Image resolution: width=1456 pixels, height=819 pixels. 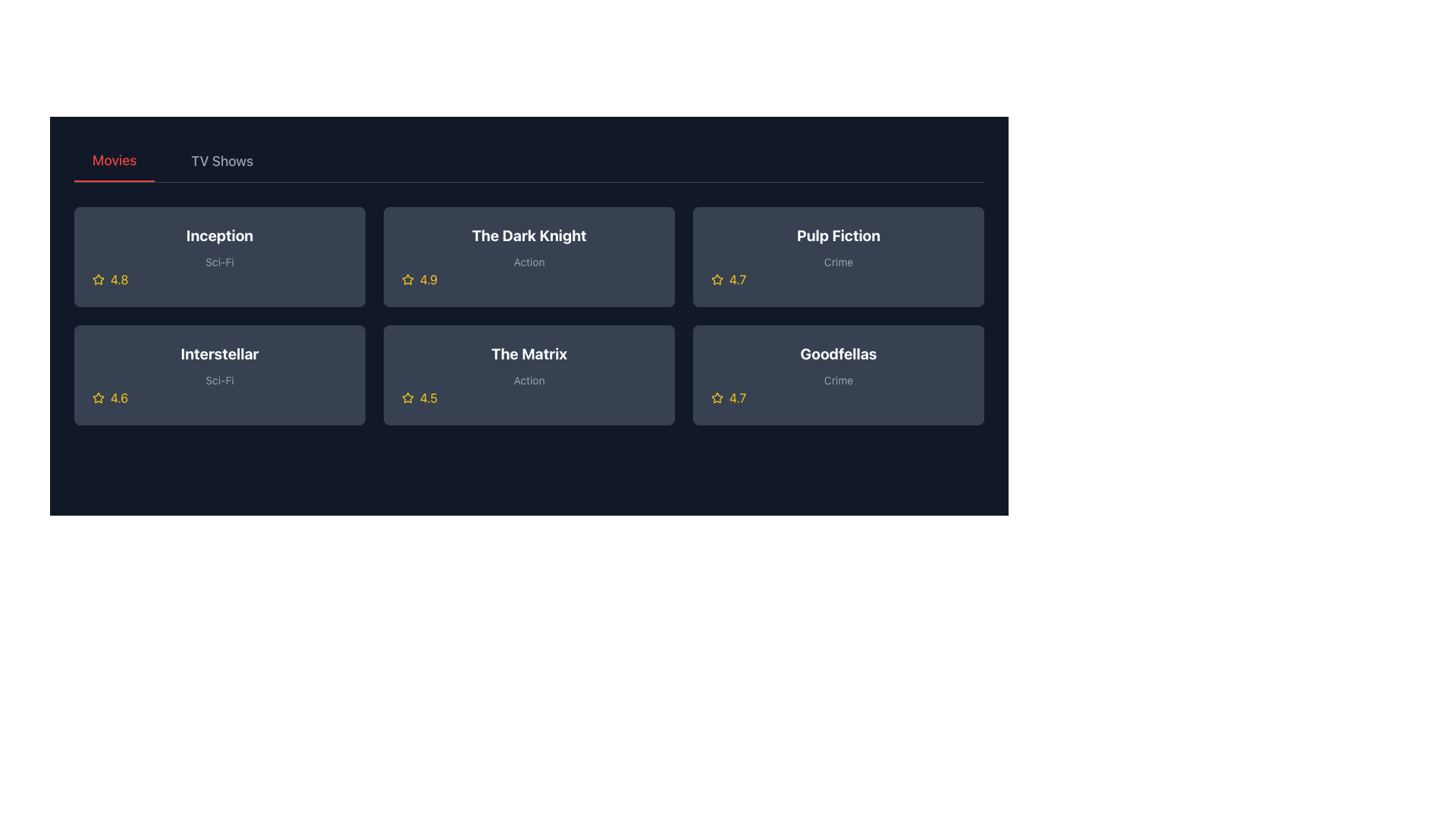 I want to click on the play button SVG graphic element representing the movie 'The Dark Knight', so click(x=479, y=256).